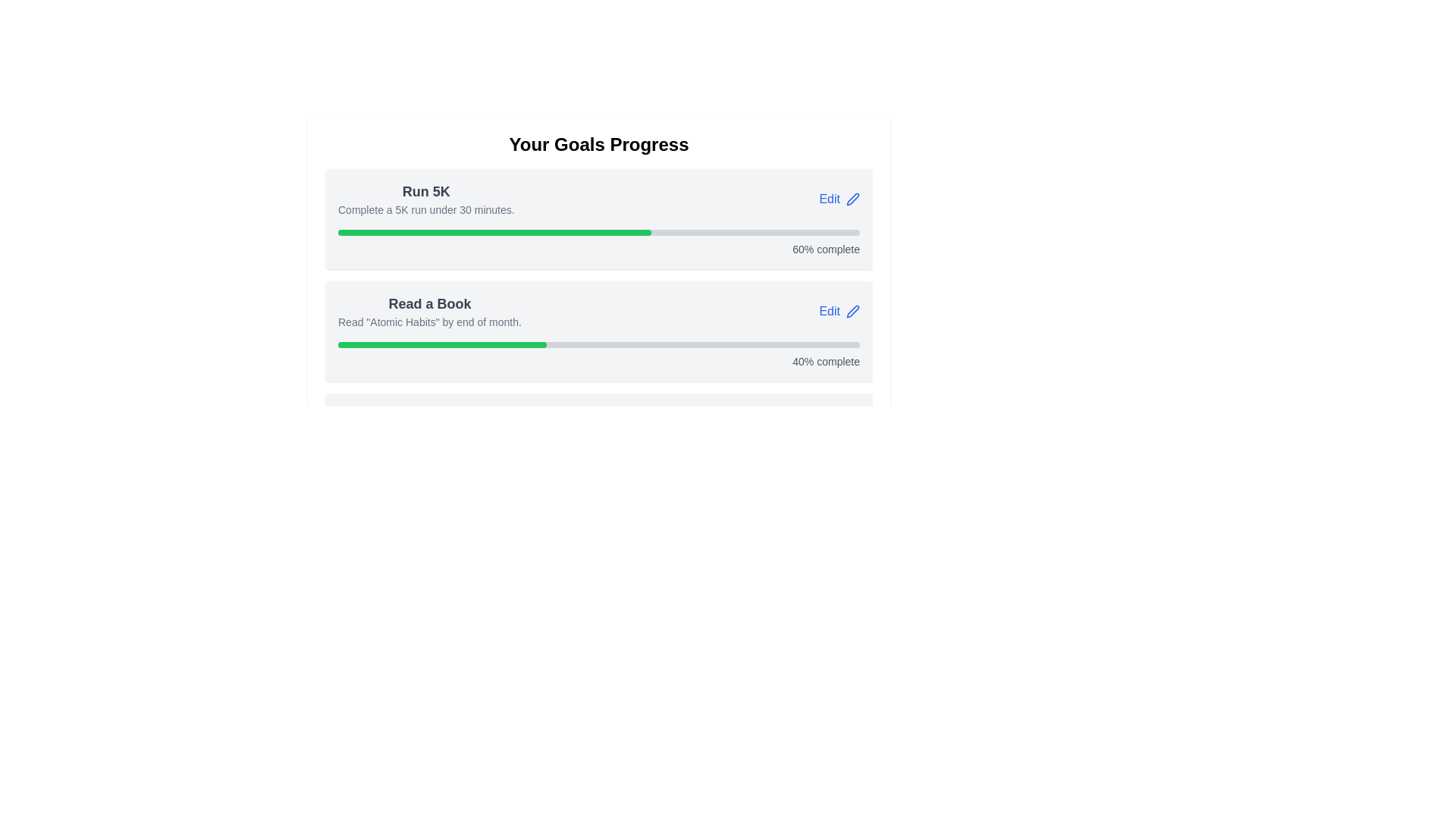 The image size is (1456, 819). Describe the element at coordinates (425, 210) in the screenshot. I see `the non-interactive text element that provides additional information related to the 'Run 5K' task, positioned below the title and above the progress bar` at that location.